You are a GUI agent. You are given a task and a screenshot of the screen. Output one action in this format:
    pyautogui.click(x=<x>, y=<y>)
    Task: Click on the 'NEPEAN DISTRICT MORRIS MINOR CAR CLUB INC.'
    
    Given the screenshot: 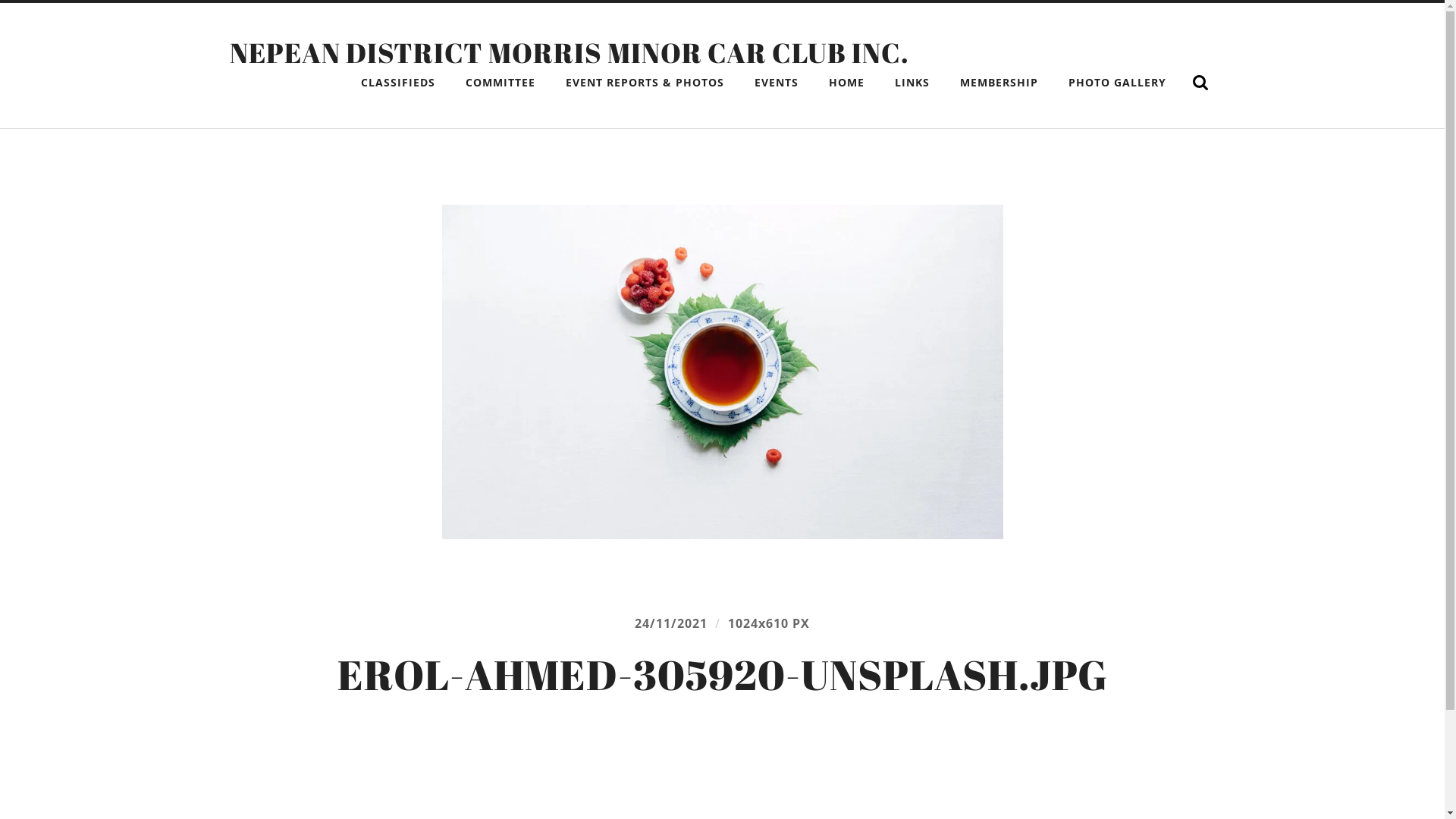 What is the action you would take?
    pyautogui.click(x=228, y=52)
    